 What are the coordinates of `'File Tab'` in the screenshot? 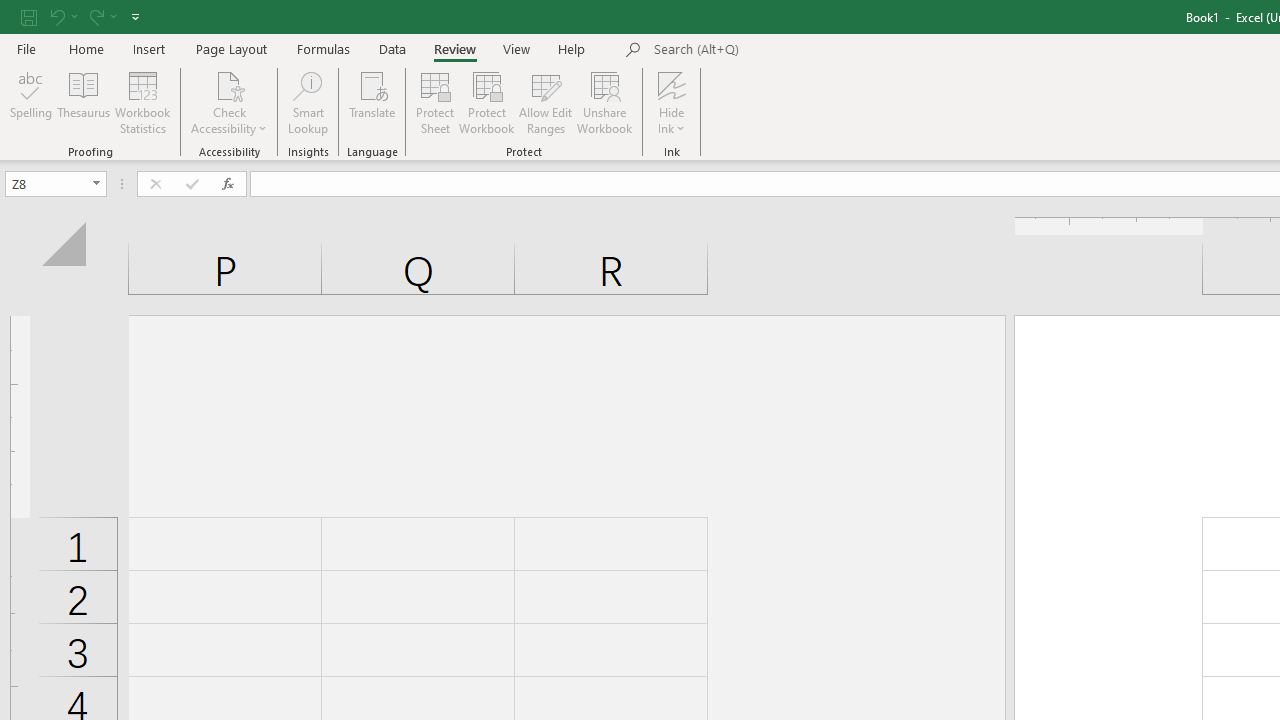 It's located at (26, 47).